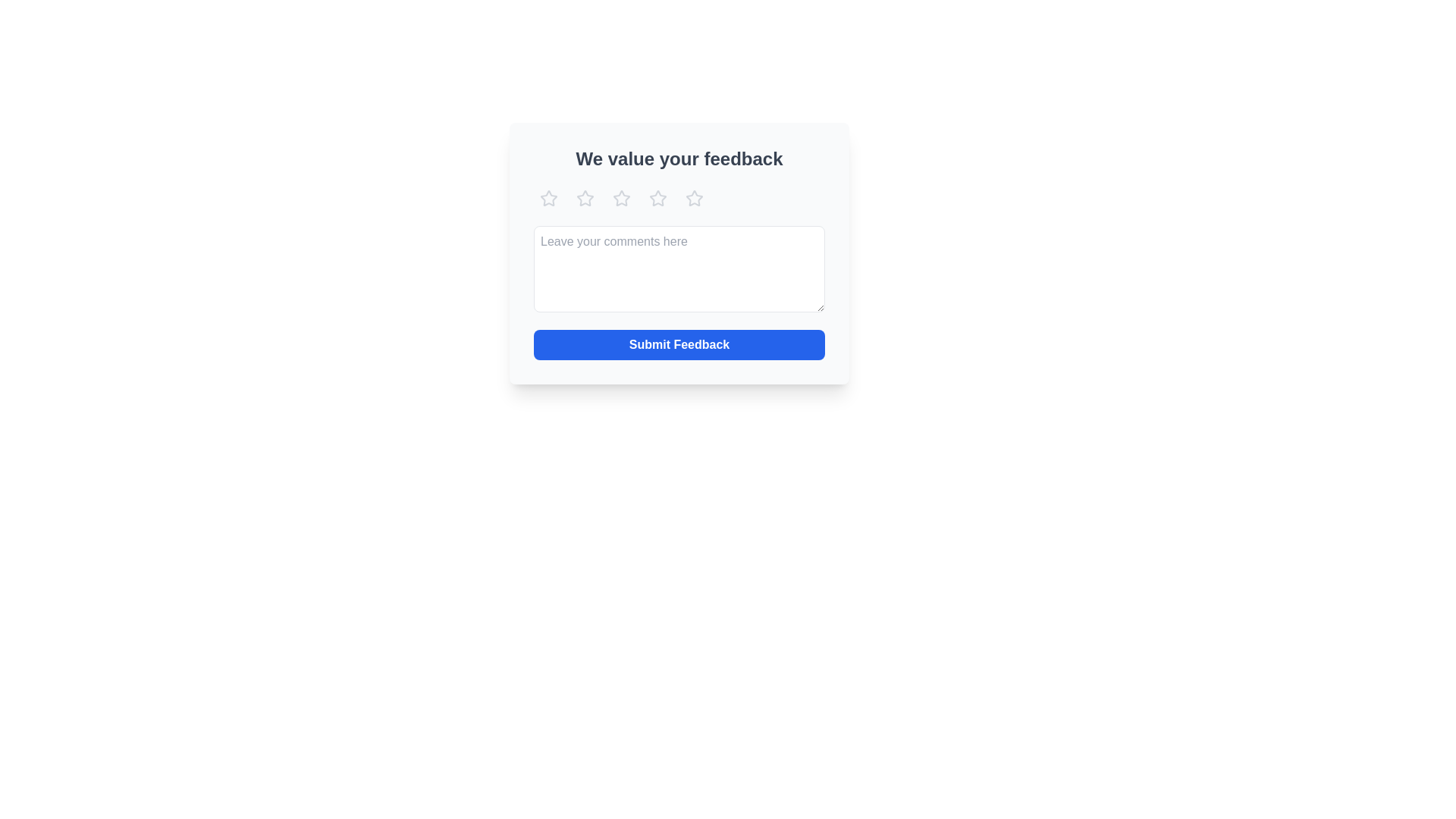  Describe the element at coordinates (585, 198) in the screenshot. I see `the second star in the horizontal row of five stars to rate with a 2-star rating in the feedback form titled 'We value your feedback.'` at that location.